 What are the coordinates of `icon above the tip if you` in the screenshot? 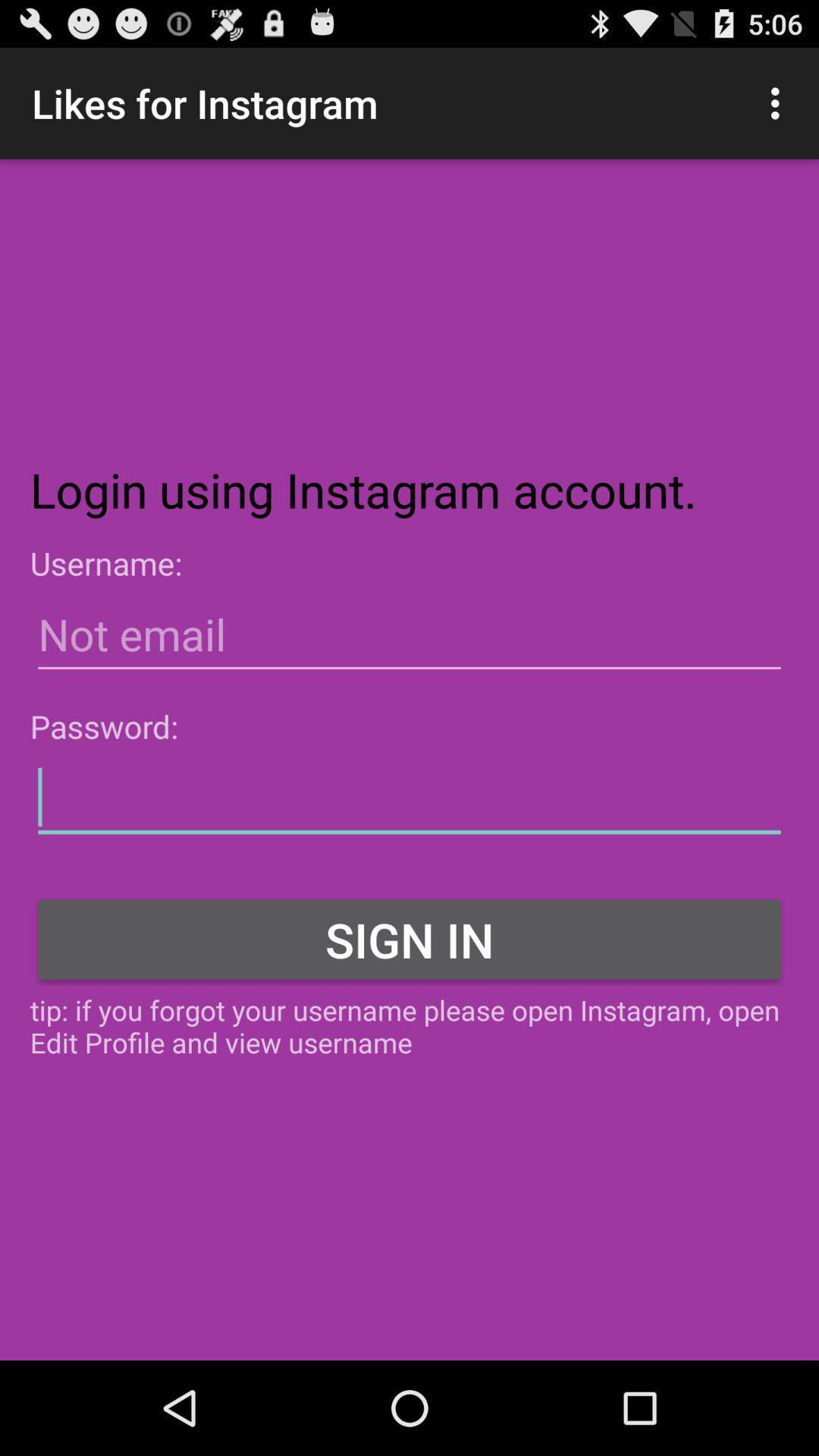 It's located at (409, 938).